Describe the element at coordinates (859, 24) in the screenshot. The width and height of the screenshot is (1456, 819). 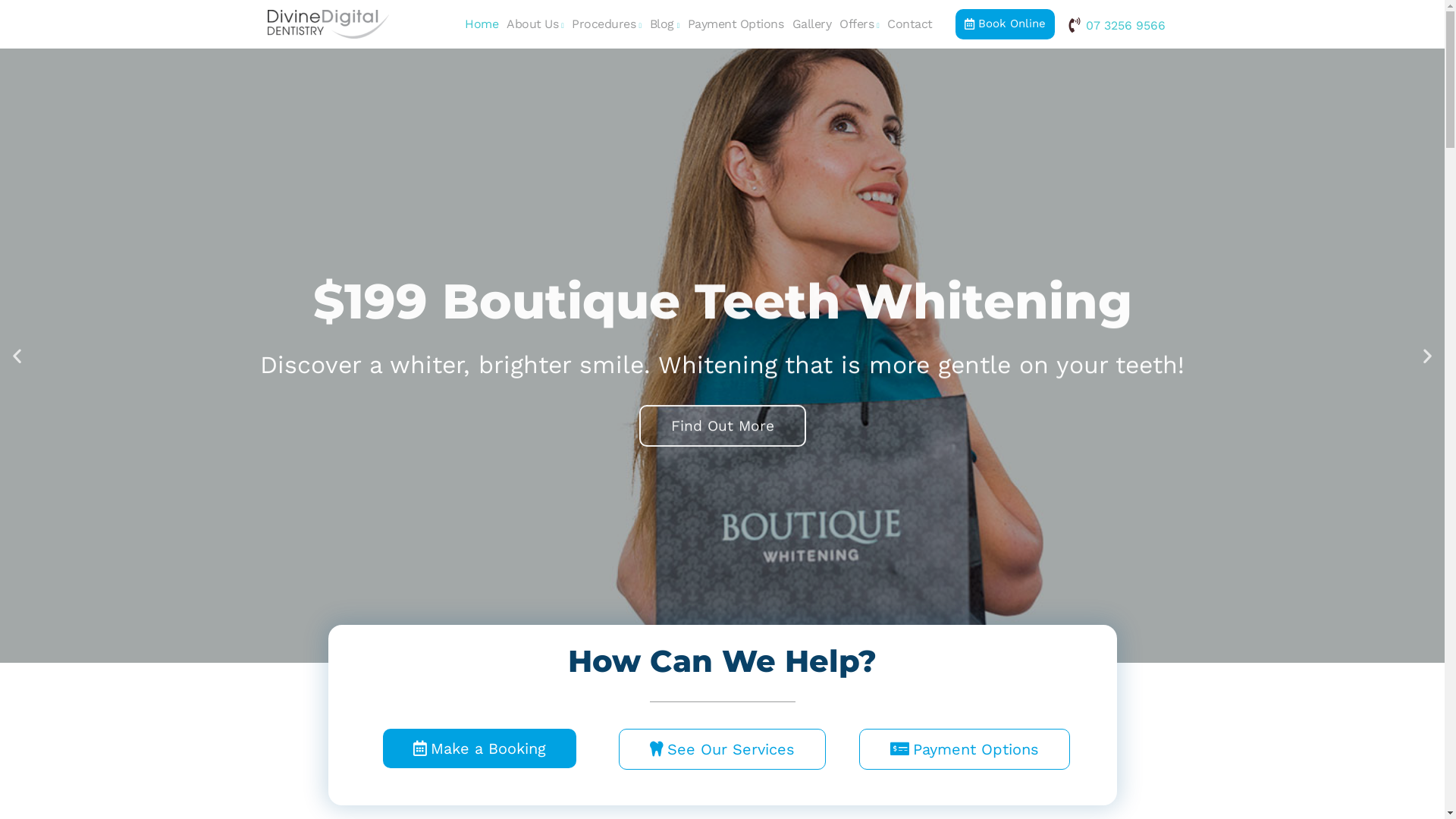
I see `'Offers'` at that location.